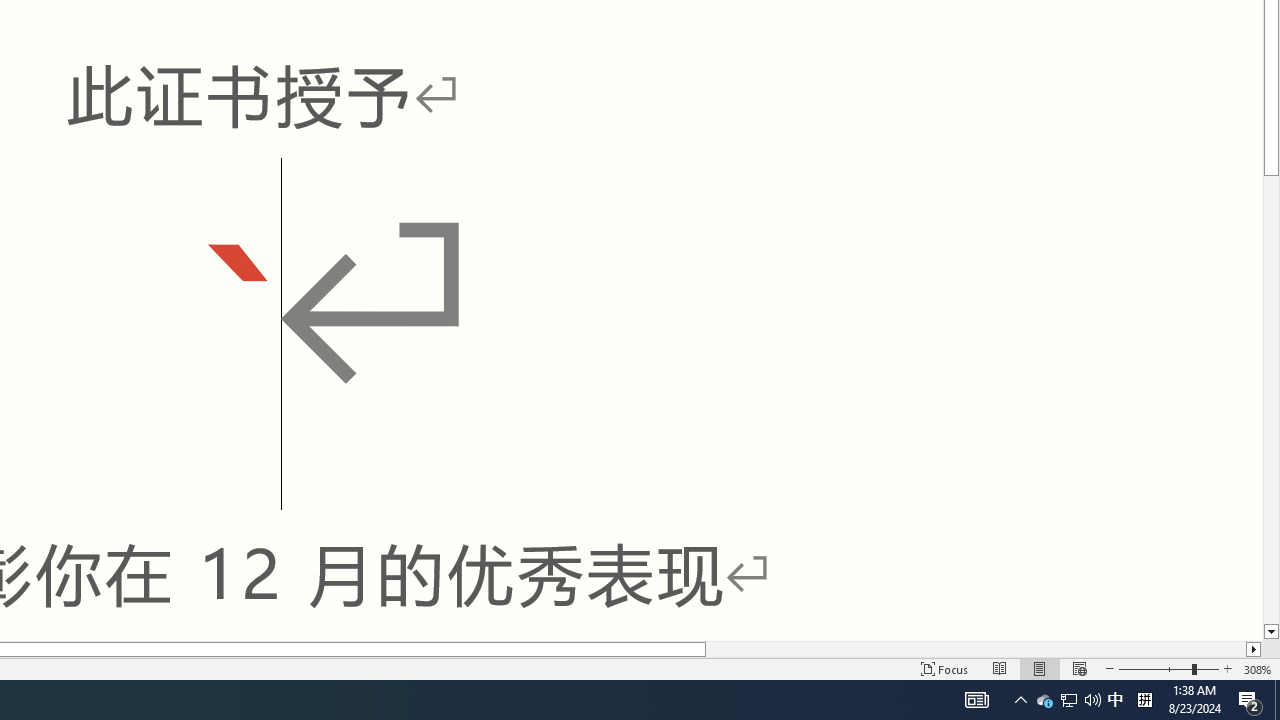  What do you see at coordinates (1257, 669) in the screenshot?
I see `'Zoom 308%'` at bounding box center [1257, 669].